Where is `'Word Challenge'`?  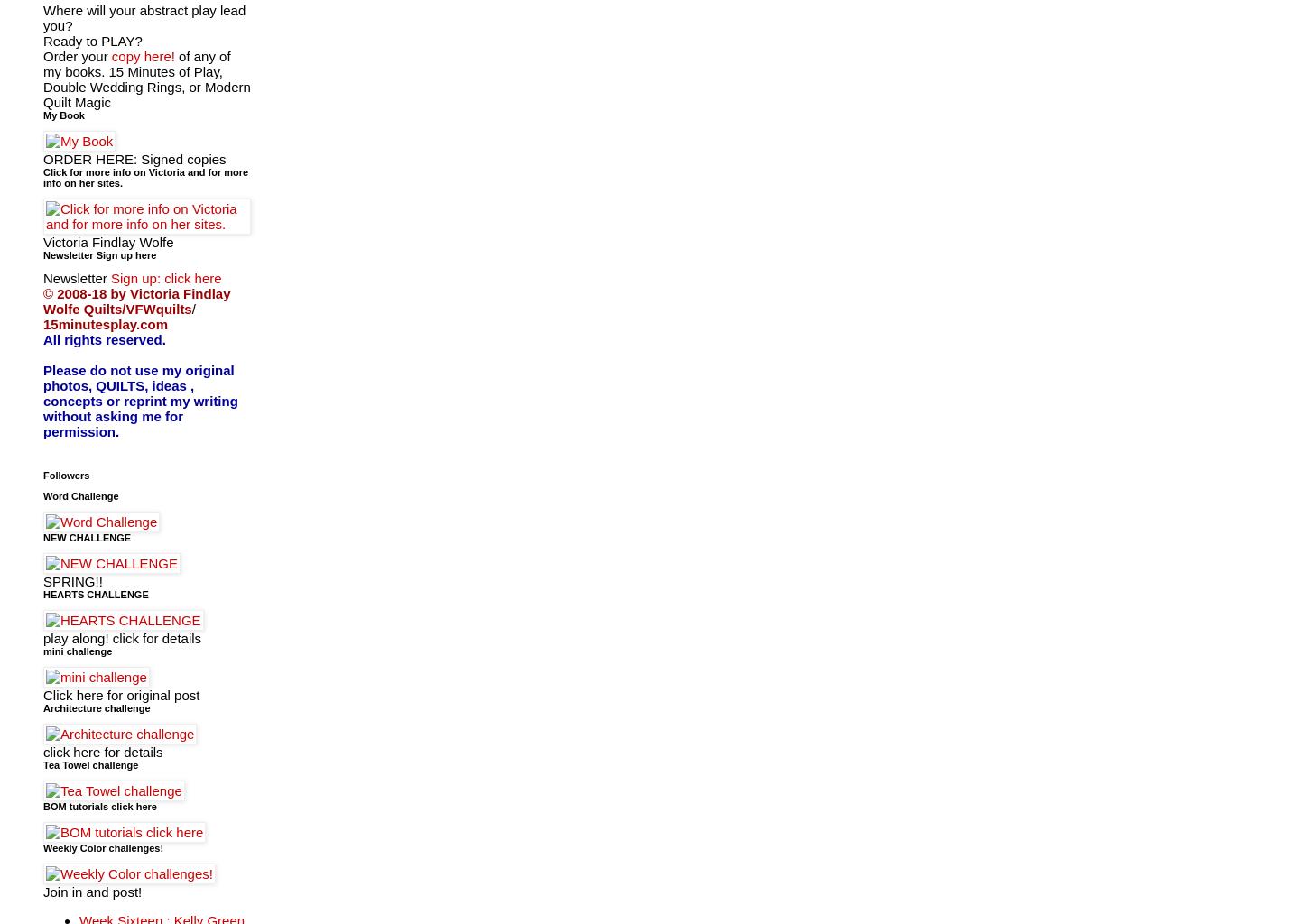
'Word Challenge' is located at coordinates (79, 494).